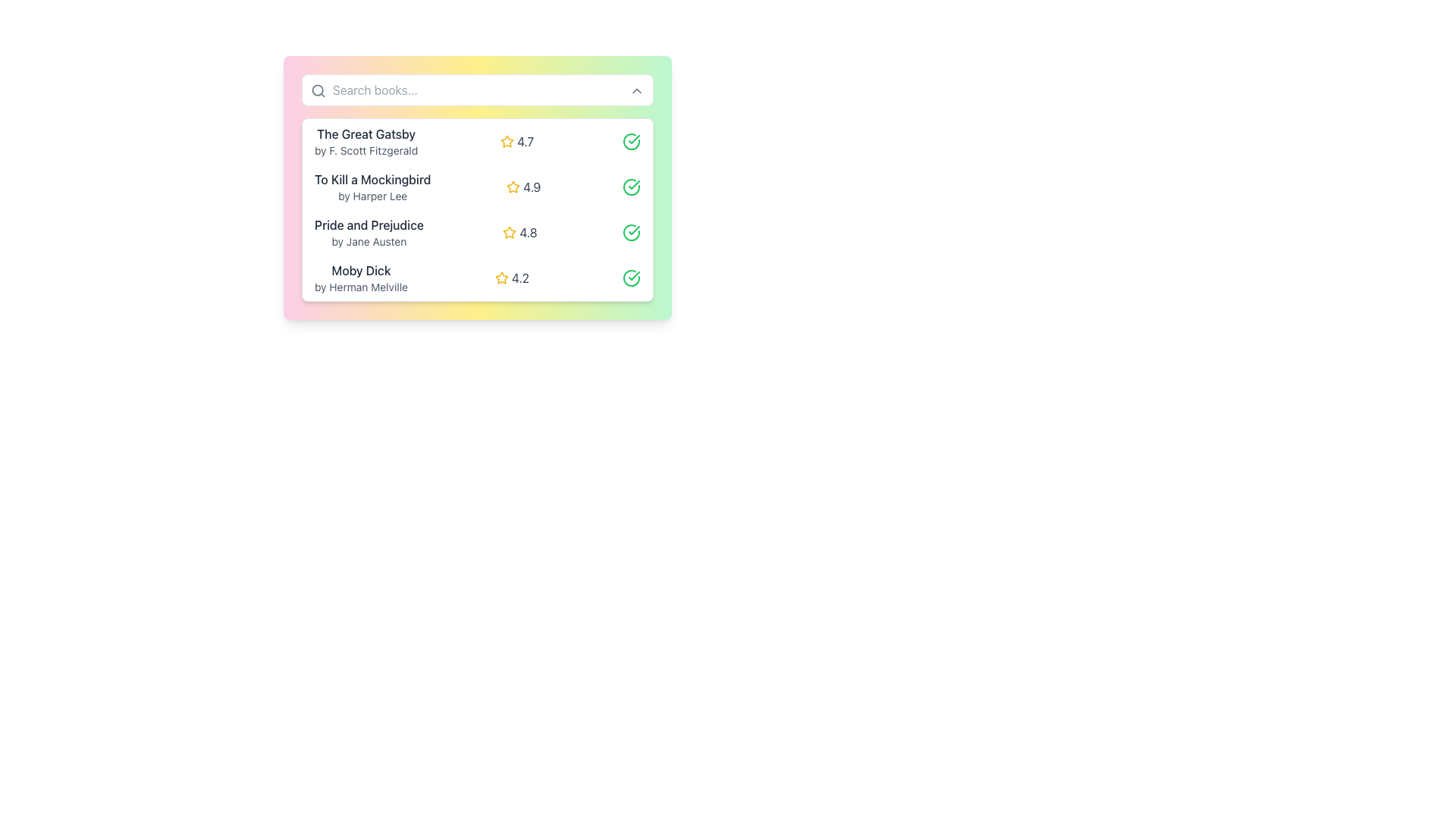 The height and width of the screenshot is (819, 1456). I want to click on the rating icon for 'The Great Gatsby', which is located on the far-left side of the first row, adjacent to the text '4.7', so click(507, 141).